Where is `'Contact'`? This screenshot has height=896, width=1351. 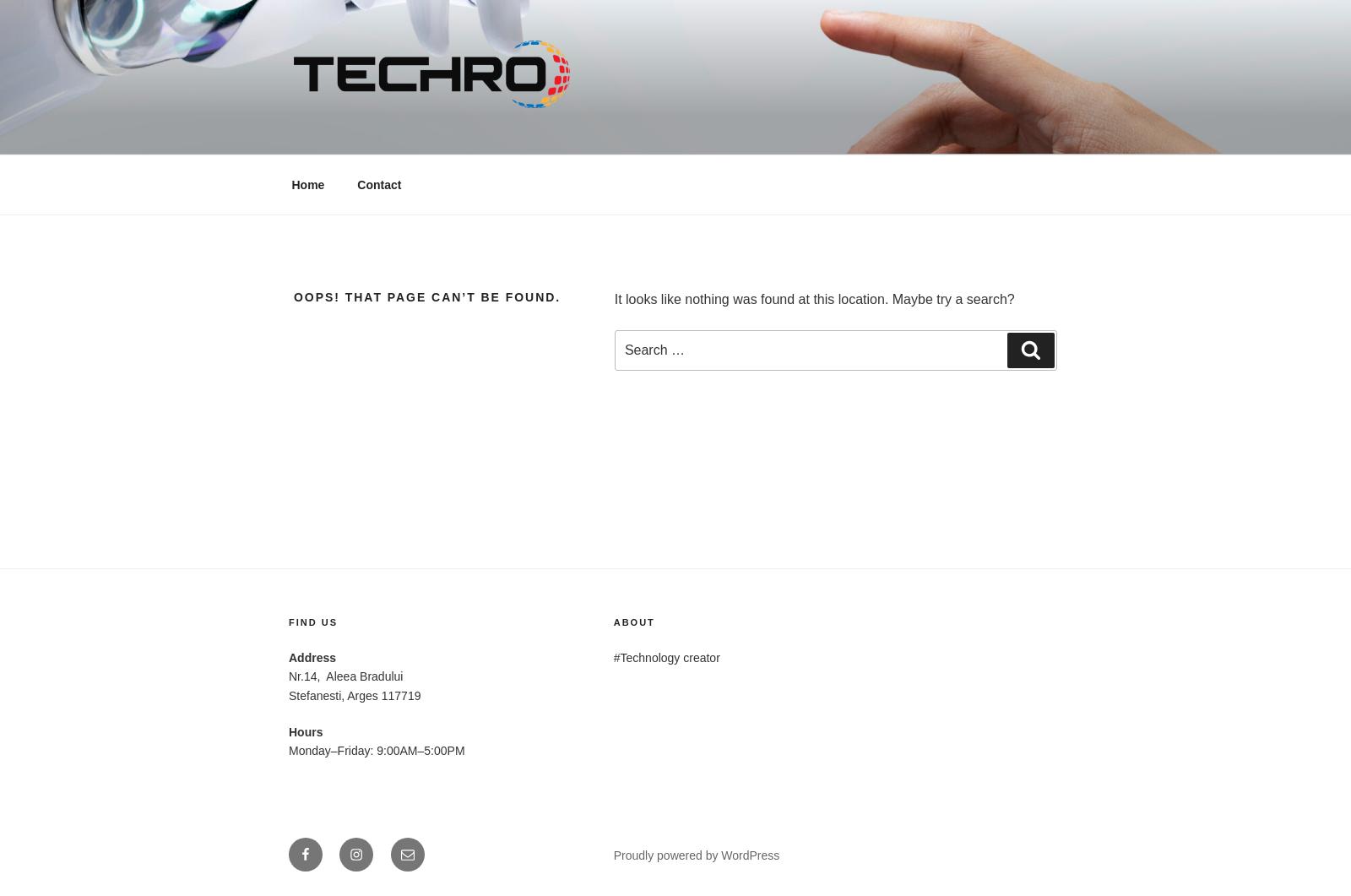 'Contact' is located at coordinates (356, 183).